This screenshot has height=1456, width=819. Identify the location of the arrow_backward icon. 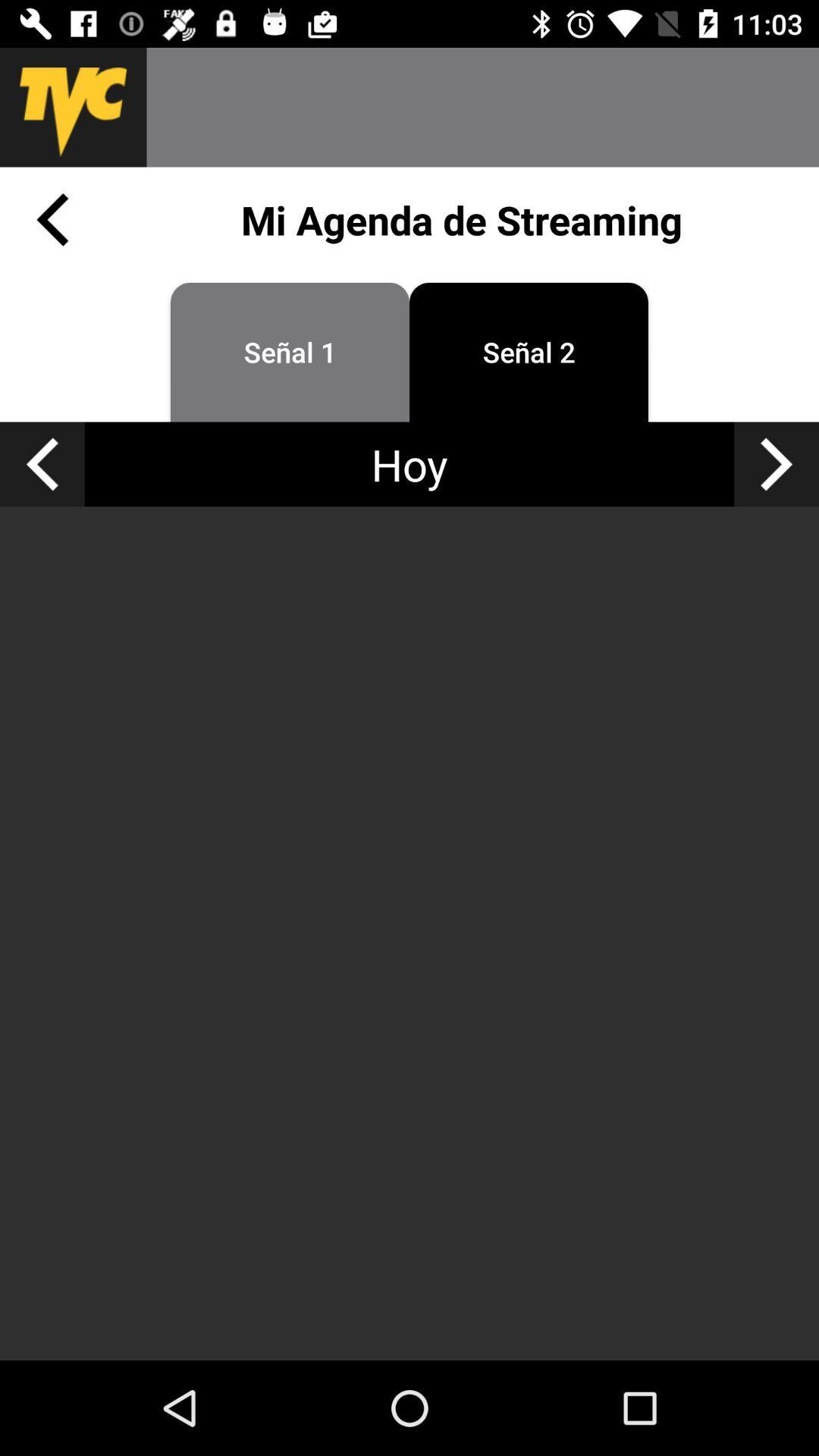
(41, 463).